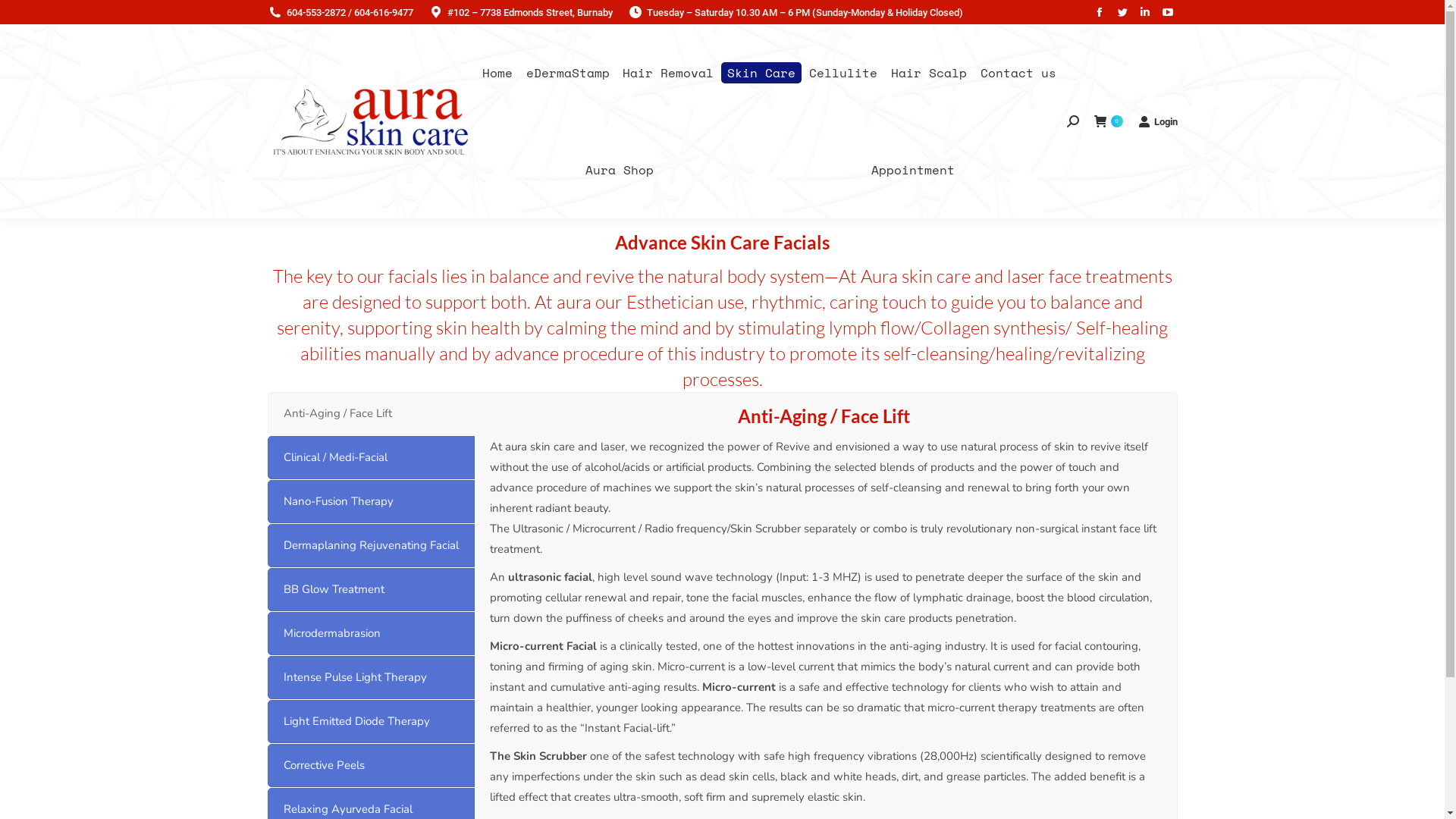 The height and width of the screenshot is (819, 1456). What do you see at coordinates (912, 169) in the screenshot?
I see `'Appointment'` at bounding box center [912, 169].